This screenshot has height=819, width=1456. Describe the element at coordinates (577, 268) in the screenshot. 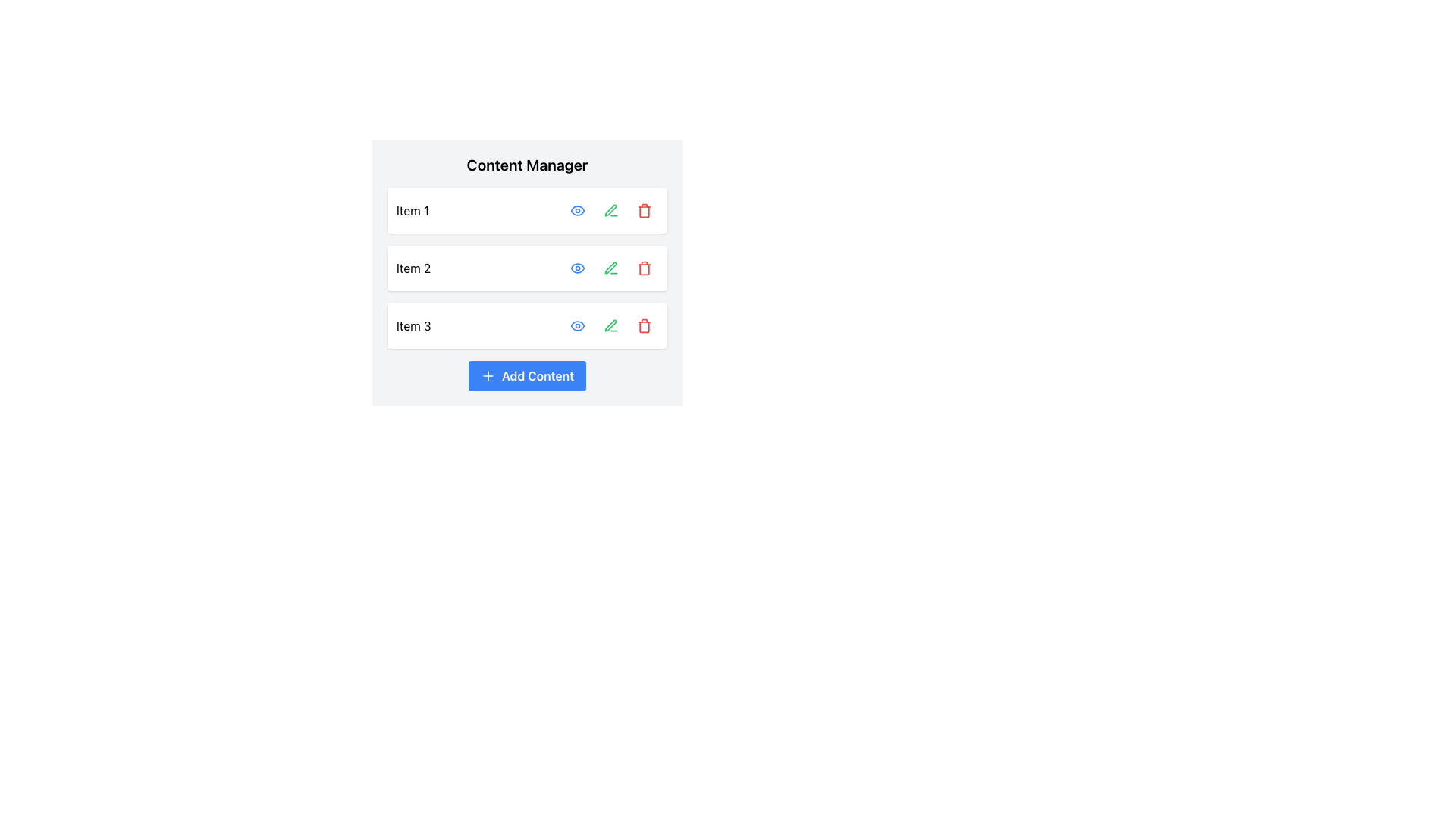

I see `the small blue eye icon button located beside 'Item 2' in the Content Manager section` at that location.